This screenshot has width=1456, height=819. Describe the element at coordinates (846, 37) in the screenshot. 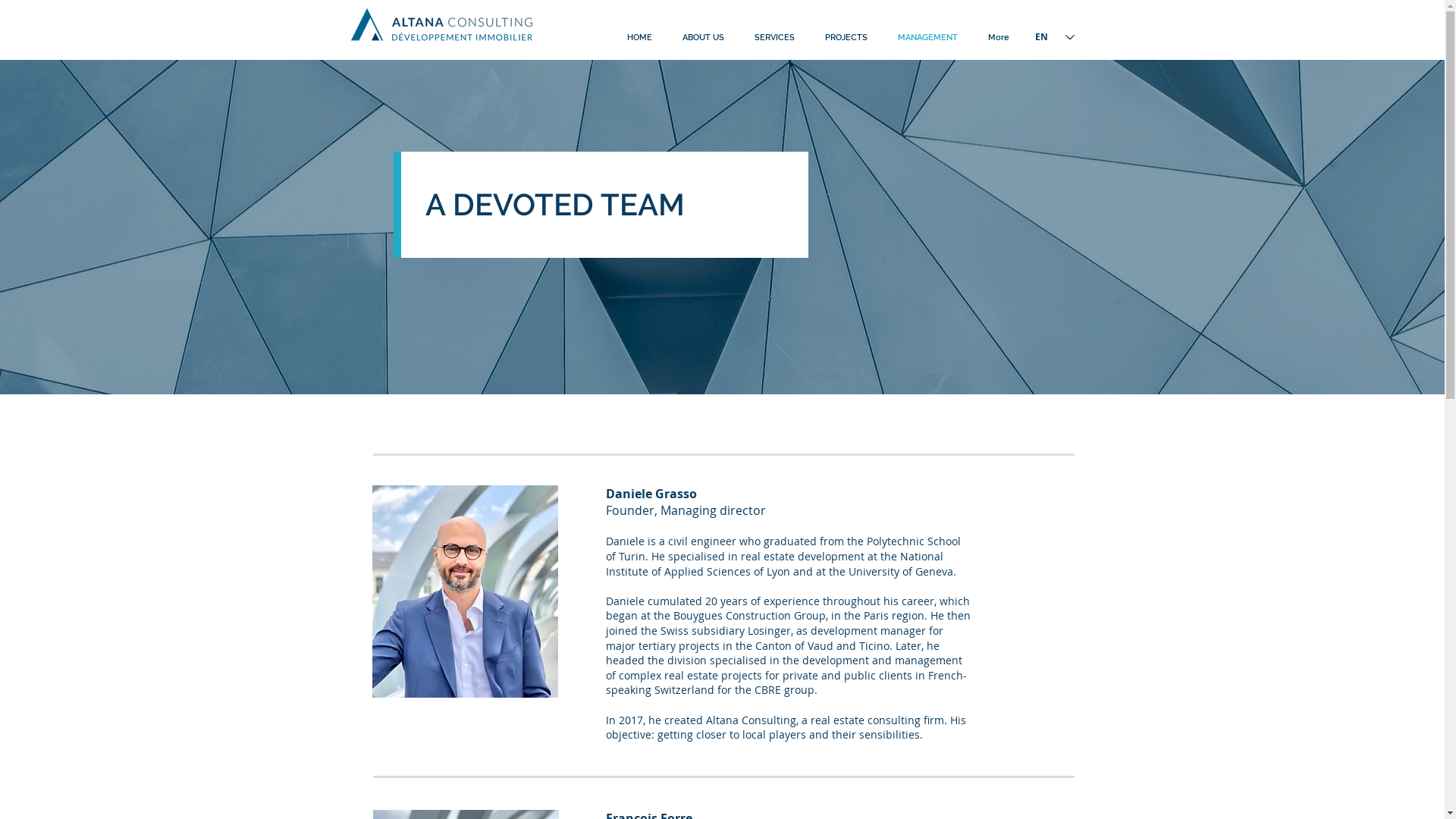

I see `'PROJECTS'` at that location.